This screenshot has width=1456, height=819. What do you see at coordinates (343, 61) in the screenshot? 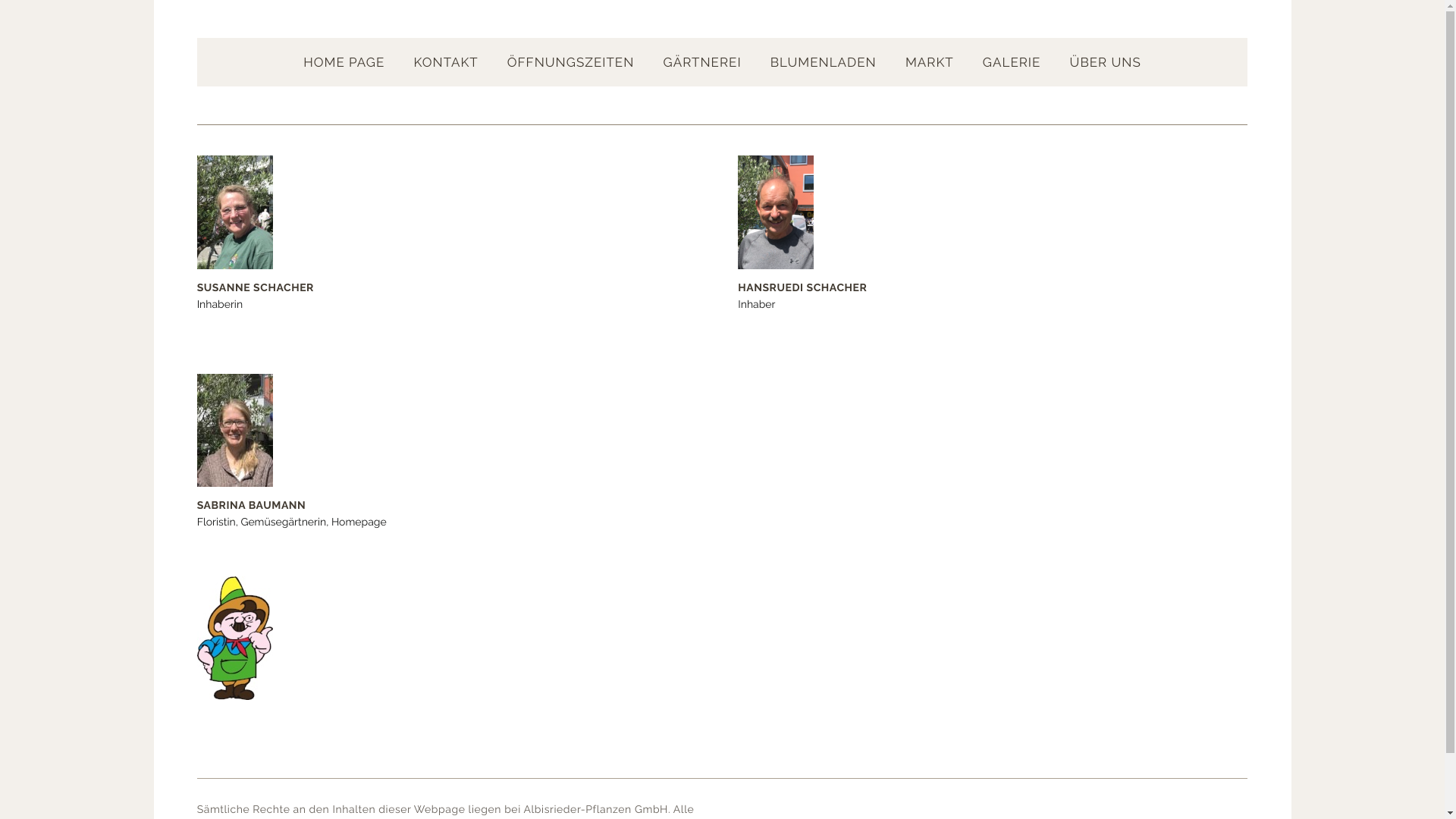
I see `'HOME PAGE'` at bounding box center [343, 61].